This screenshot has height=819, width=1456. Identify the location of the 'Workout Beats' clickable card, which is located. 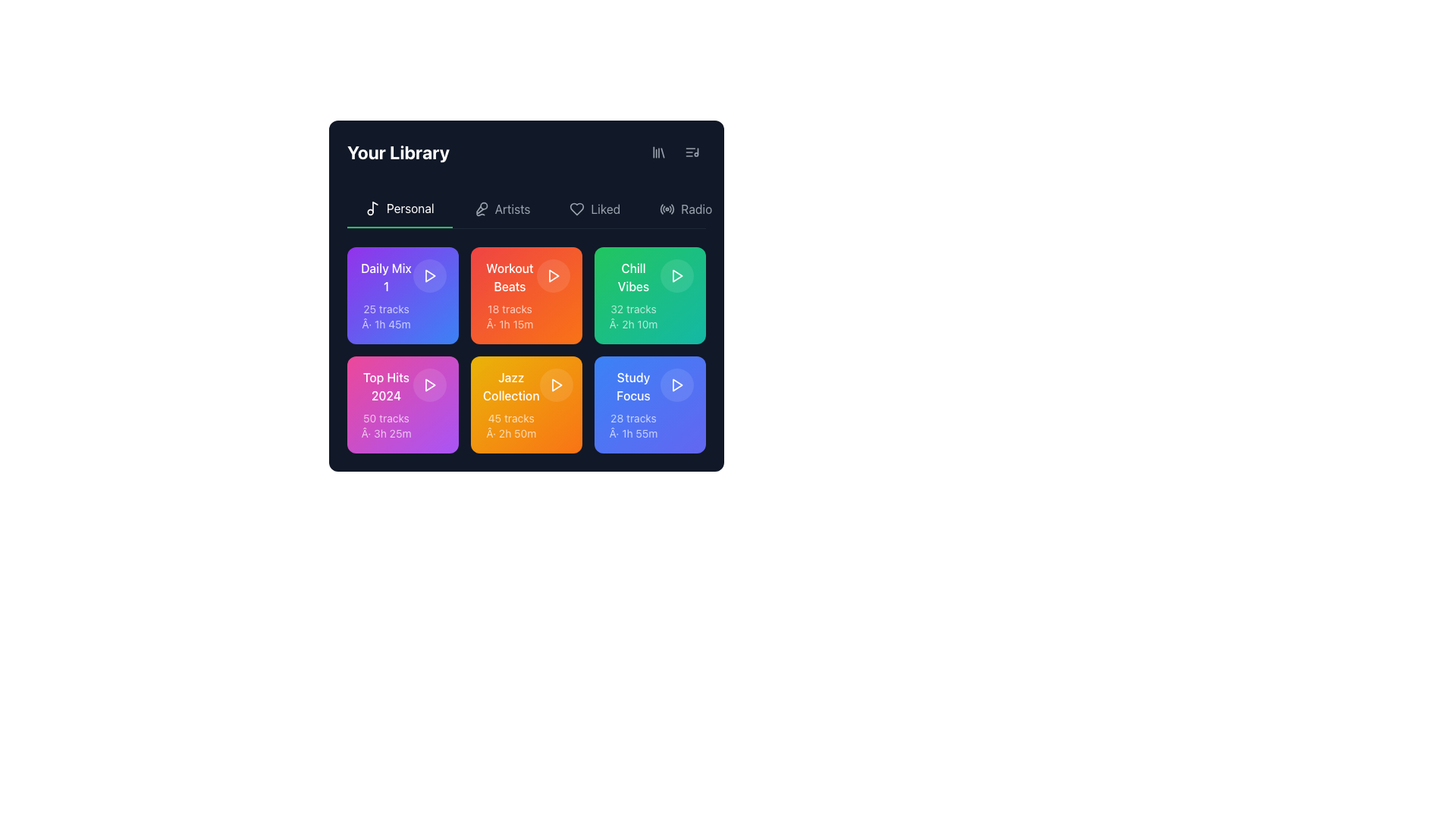
(526, 295).